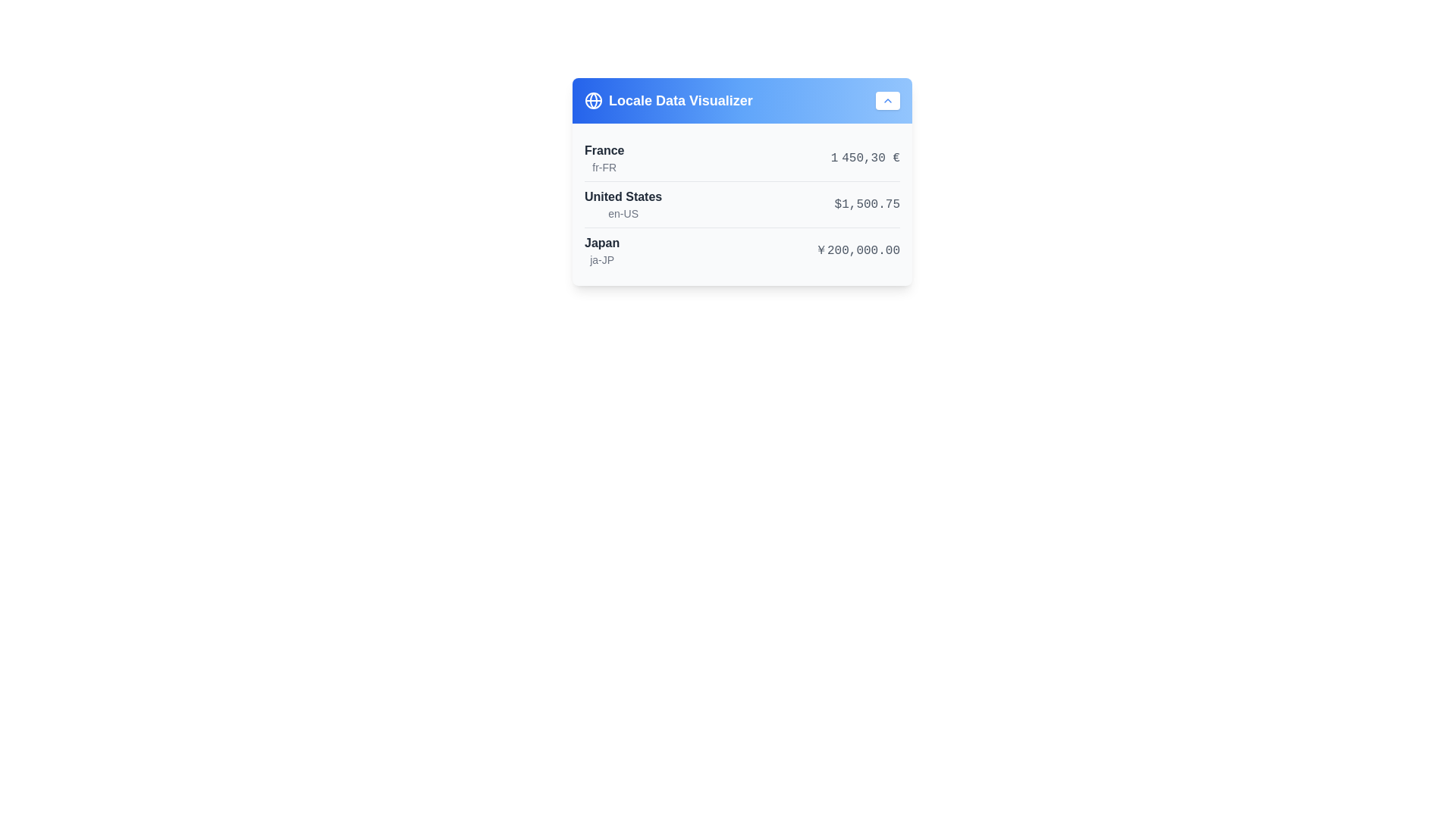 The image size is (1456, 819). What do you see at coordinates (679, 100) in the screenshot?
I see `the bold, large-sized text label 'Locale Data Visualizer', which is white in color and centrally located in the blue gradient header section` at bounding box center [679, 100].